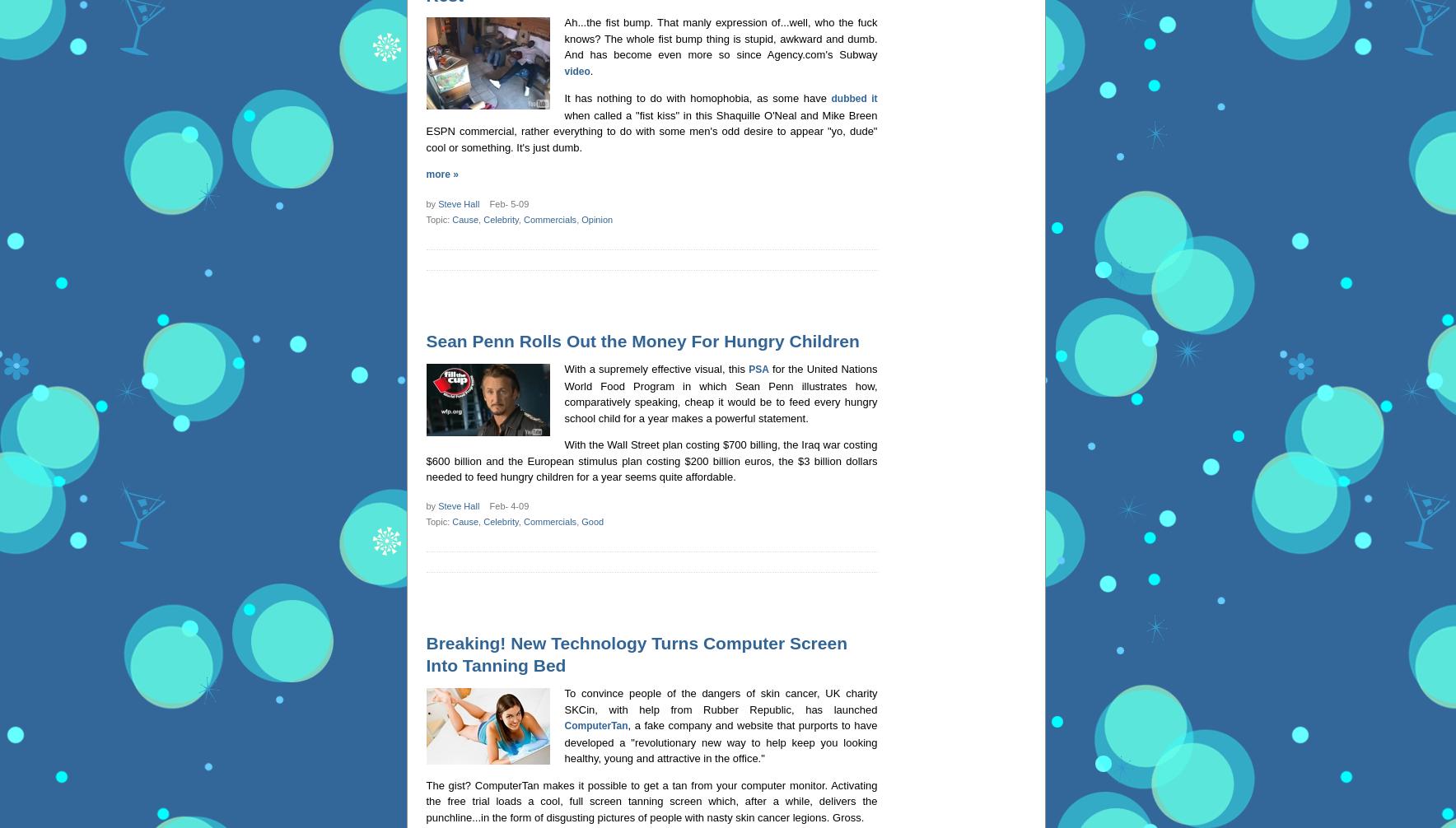 The width and height of the screenshot is (1456, 828). I want to click on 'Feb- 4-09', so click(506, 505).